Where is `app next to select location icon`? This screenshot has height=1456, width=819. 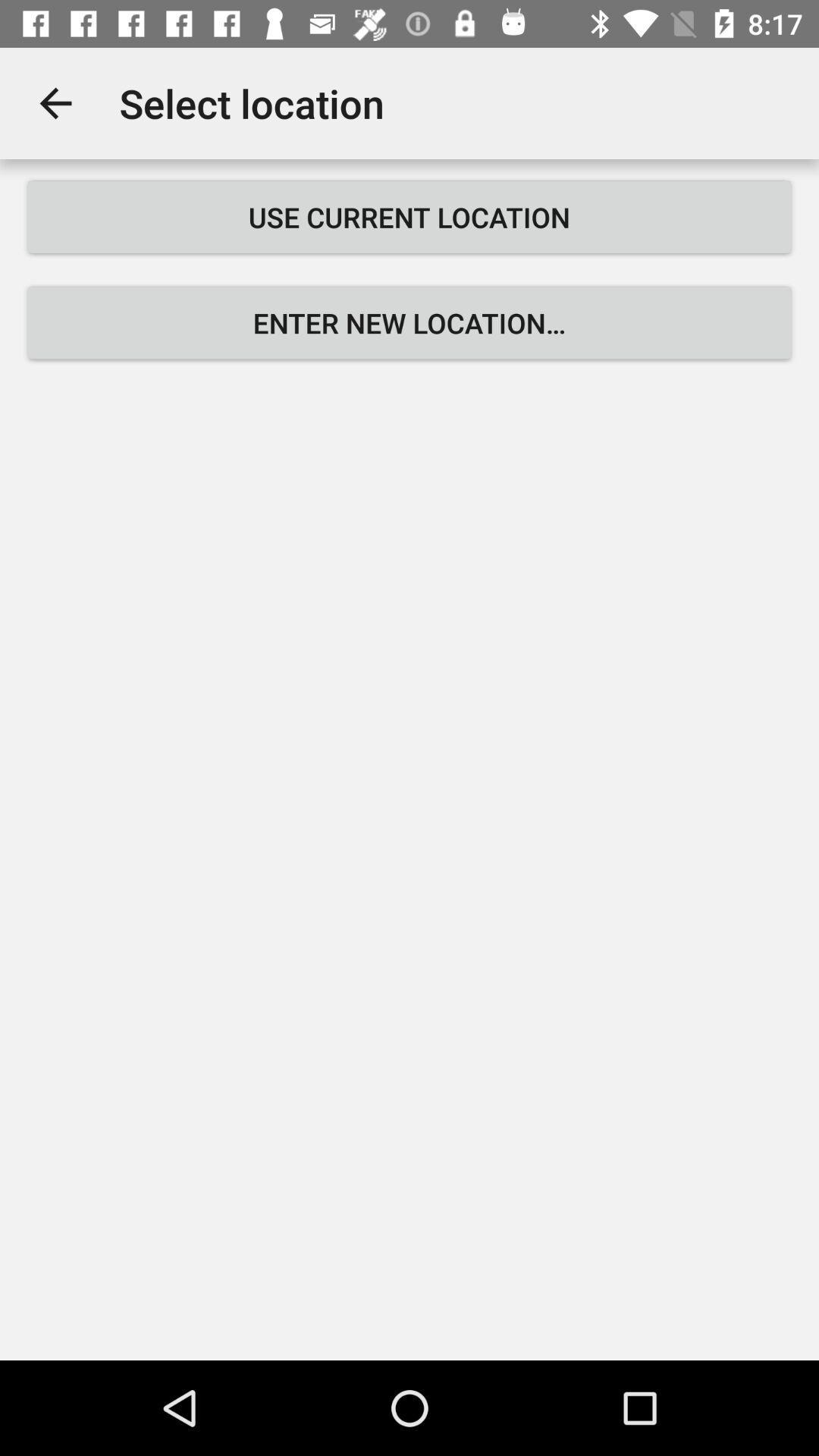 app next to select location icon is located at coordinates (55, 102).